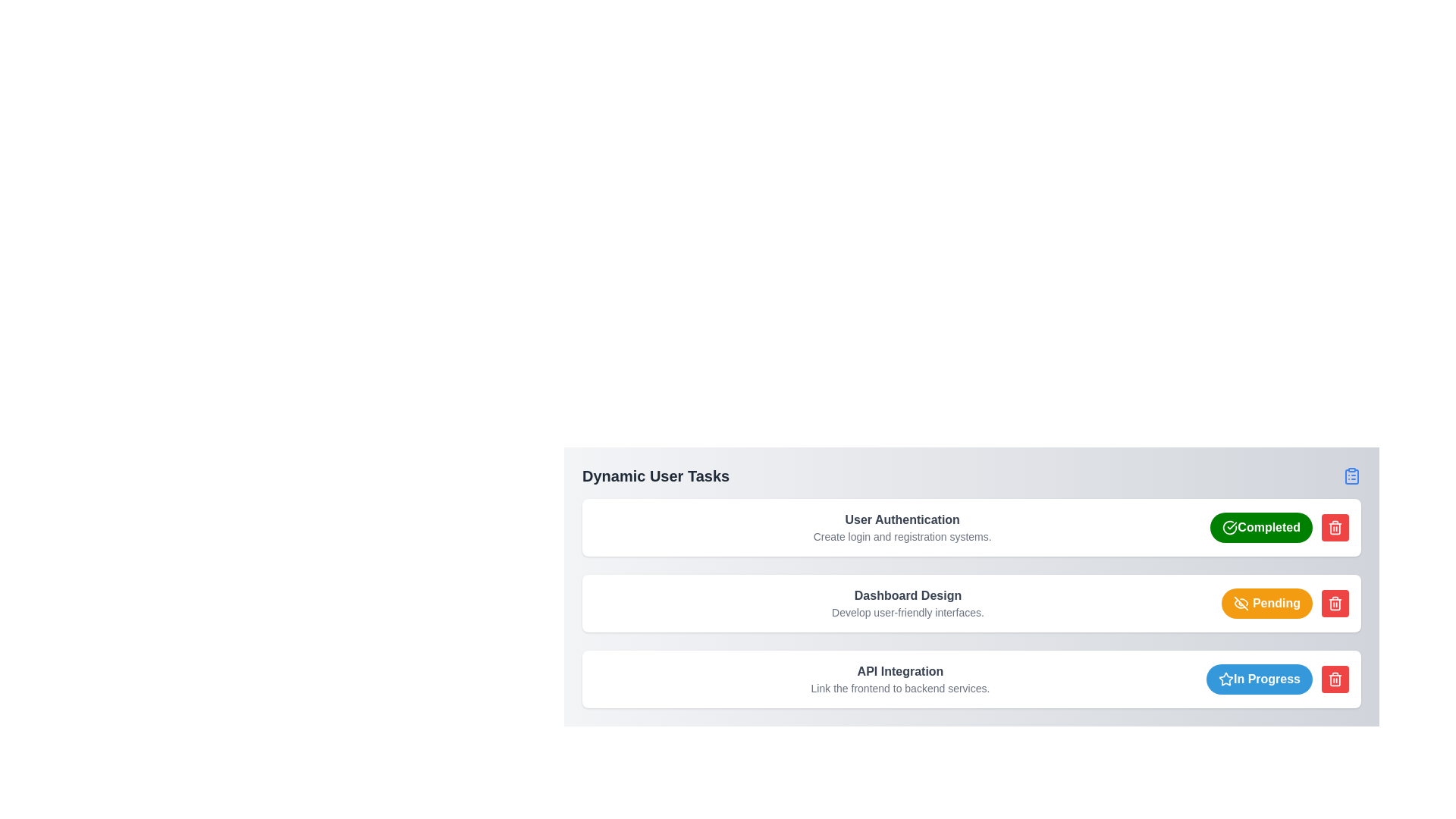 This screenshot has width=1456, height=819. Describe the element at coordinates (1241, 602) in the screenshot. I see `the eye-off icon located on the 'Pending' button styled in orange in the second row of the task list` at that location.